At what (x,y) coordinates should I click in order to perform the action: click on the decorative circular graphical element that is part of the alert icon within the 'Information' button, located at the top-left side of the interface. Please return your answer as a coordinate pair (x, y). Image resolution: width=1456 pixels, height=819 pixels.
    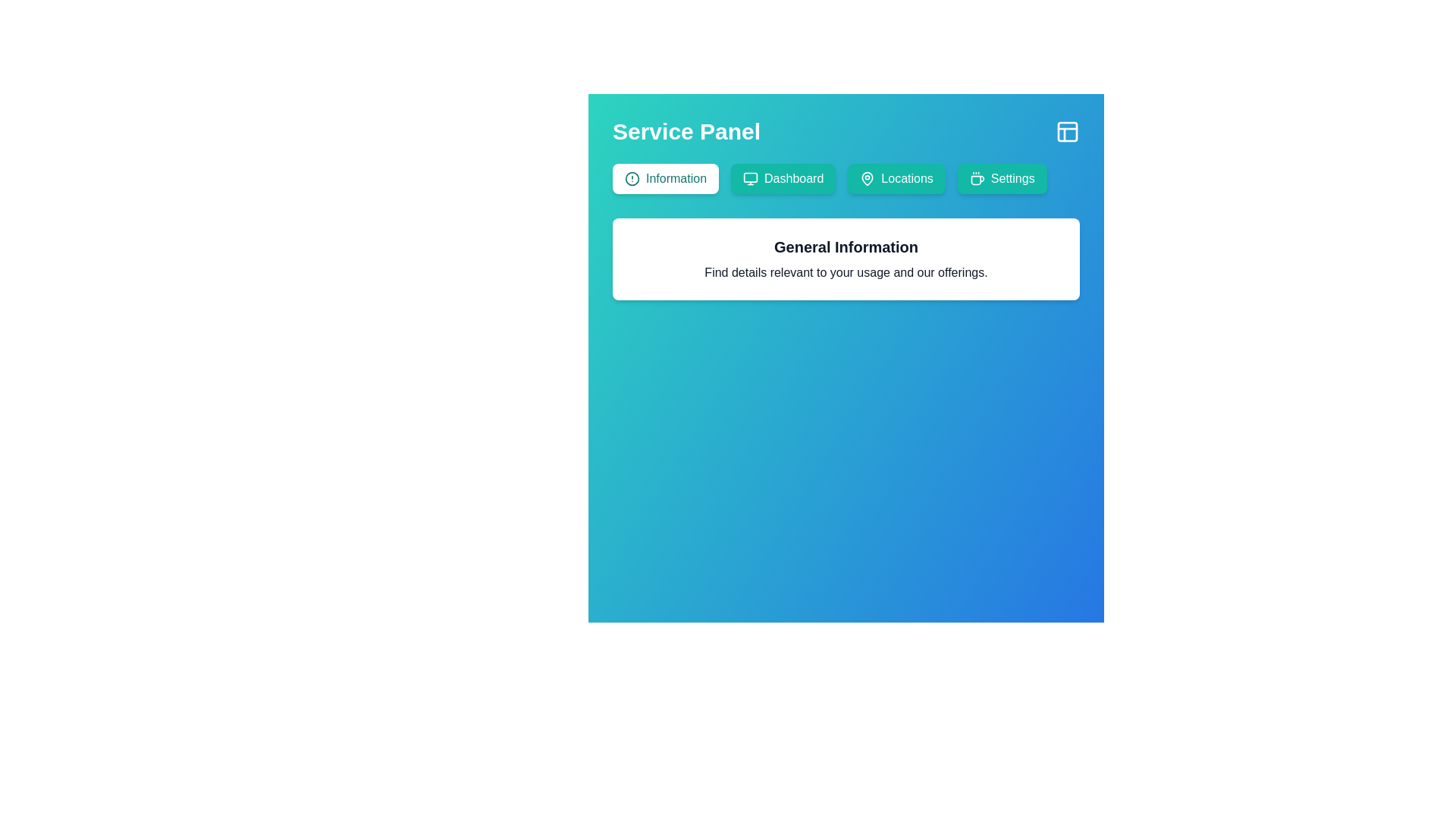
    Looking at the image, I should click on (632, 177).